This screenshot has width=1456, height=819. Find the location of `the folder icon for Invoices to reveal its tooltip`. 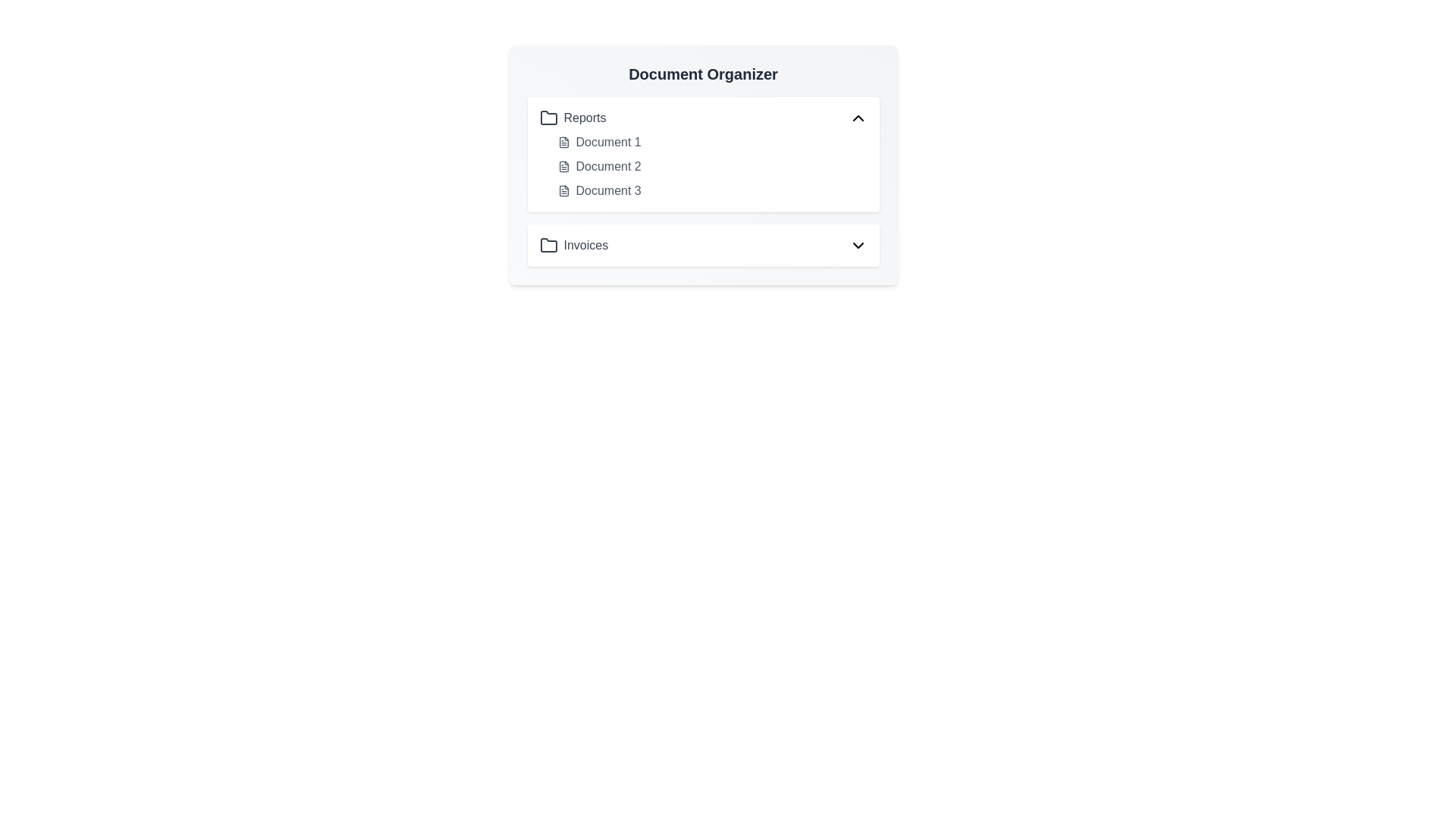

the folder icon for Invoices to reveal its tooltip is located at coordinates (548, 245).